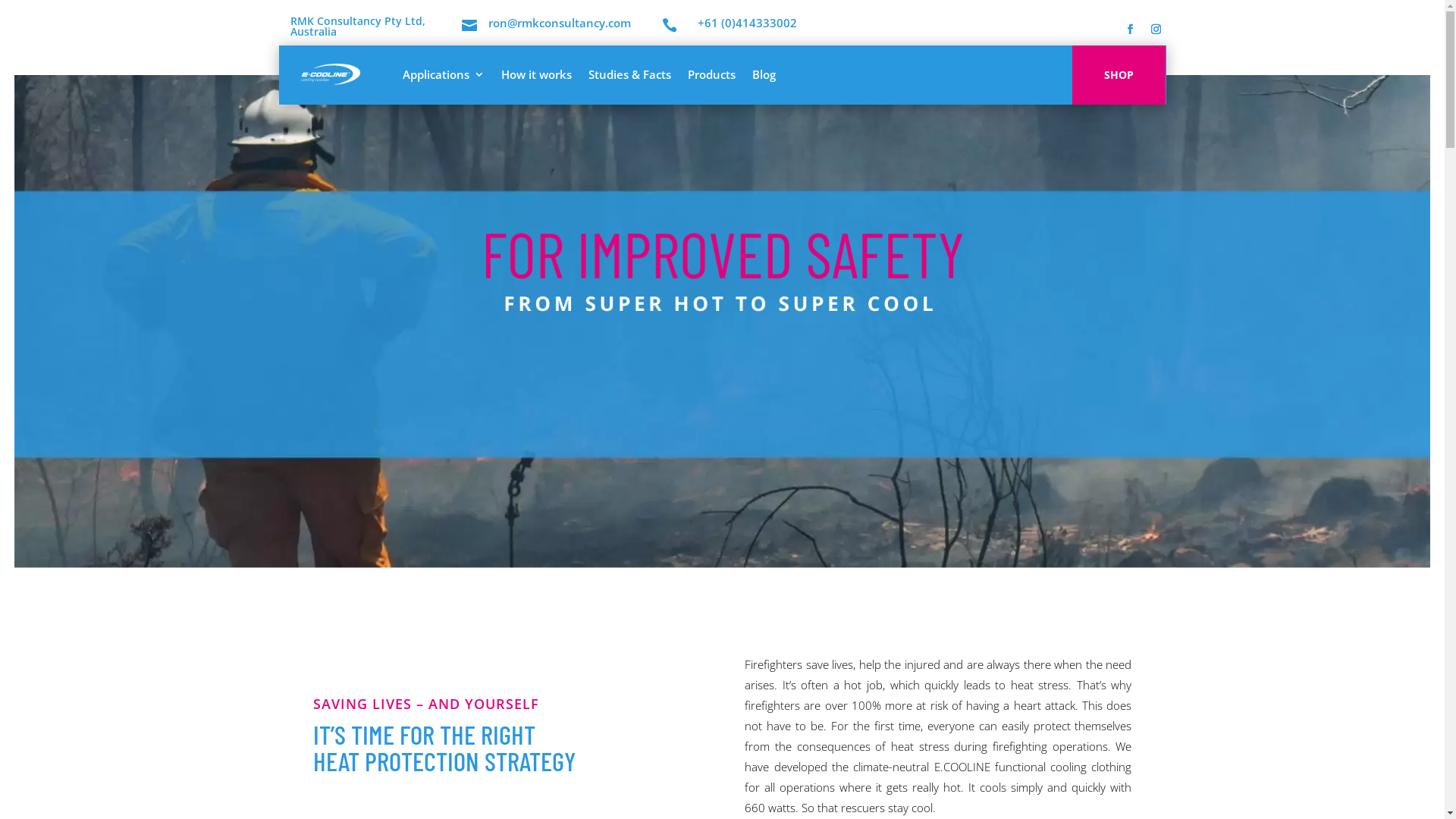 The image size is (1456, 819). I want to click on 'Follow on Facebook', so click(1129, 29).